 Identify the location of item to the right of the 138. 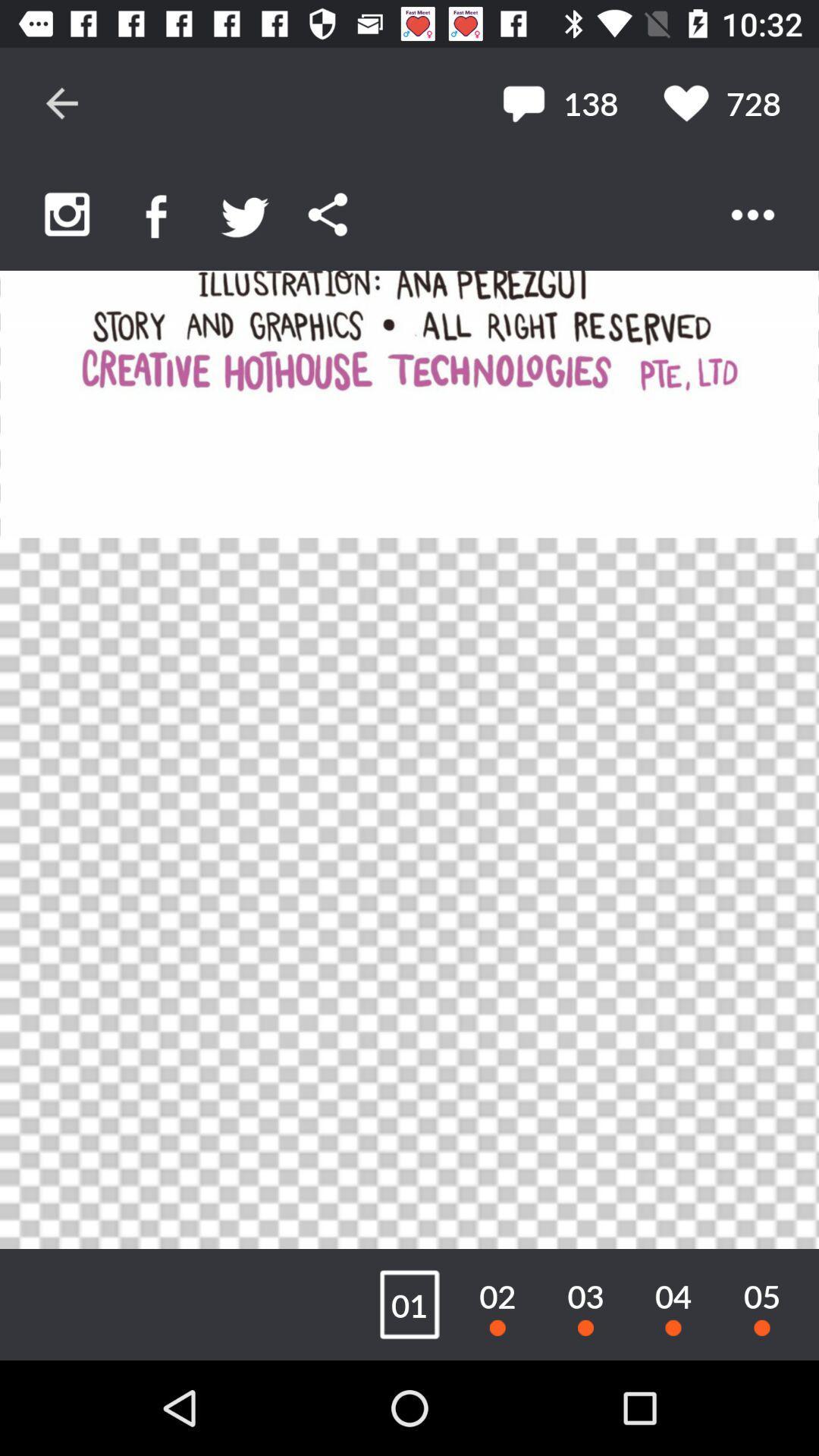
(721, 102).